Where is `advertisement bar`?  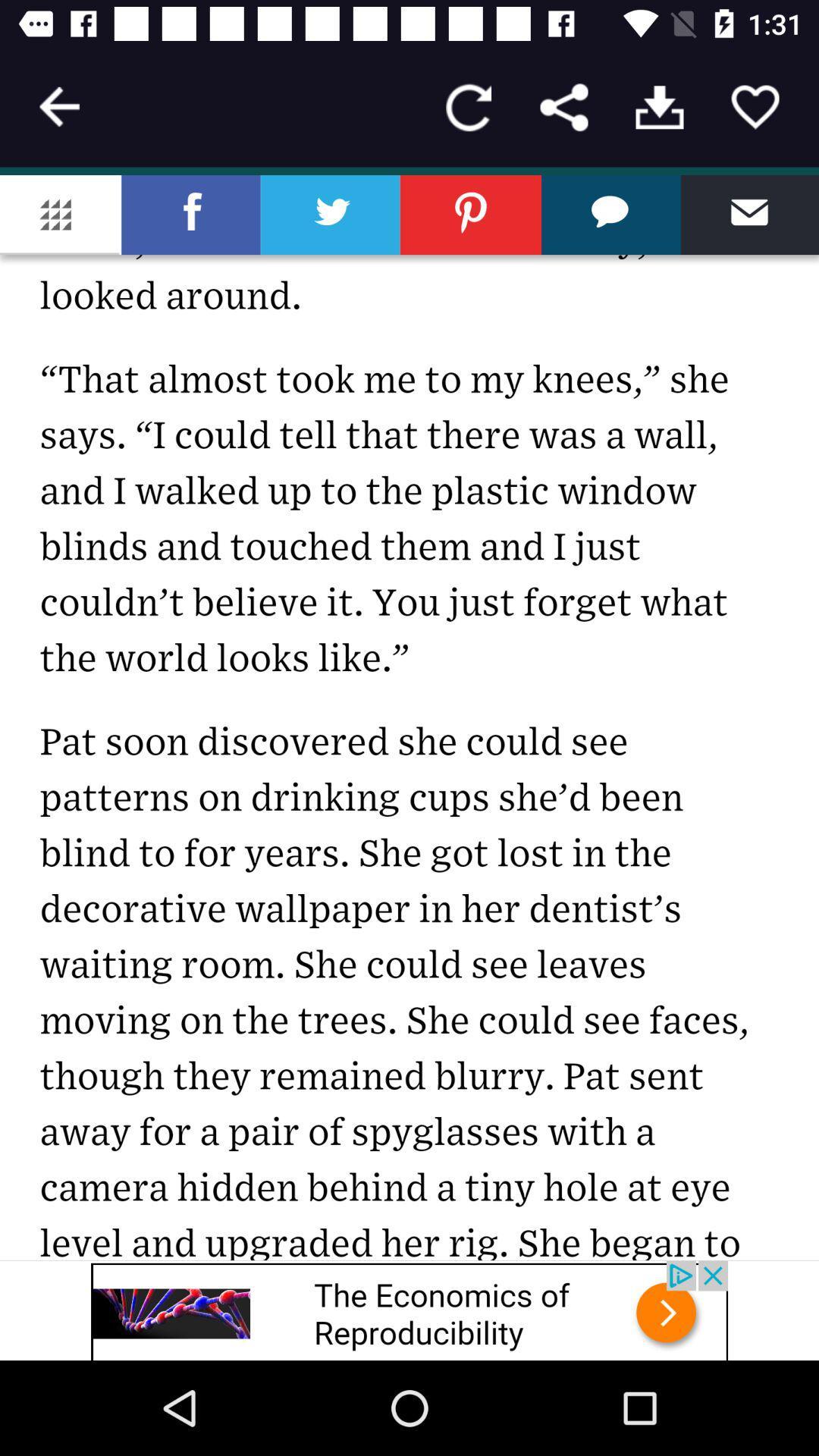
advertisement bar is located at coordinates (409, 1310).